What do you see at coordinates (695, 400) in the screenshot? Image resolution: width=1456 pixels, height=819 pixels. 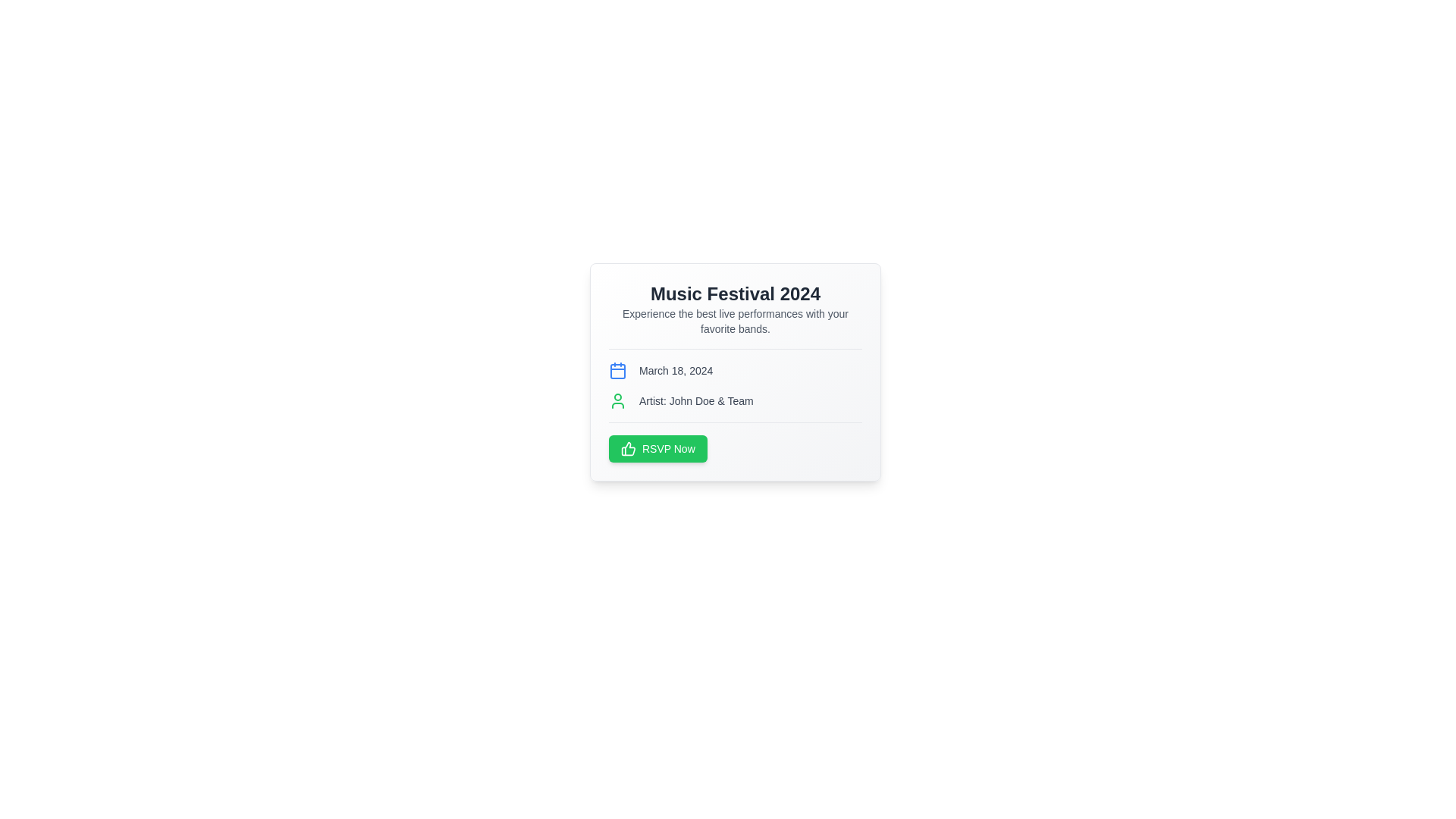 I see `the text label displaying 'Artist: John Doe & Team'` at bounding box center [695, 400].